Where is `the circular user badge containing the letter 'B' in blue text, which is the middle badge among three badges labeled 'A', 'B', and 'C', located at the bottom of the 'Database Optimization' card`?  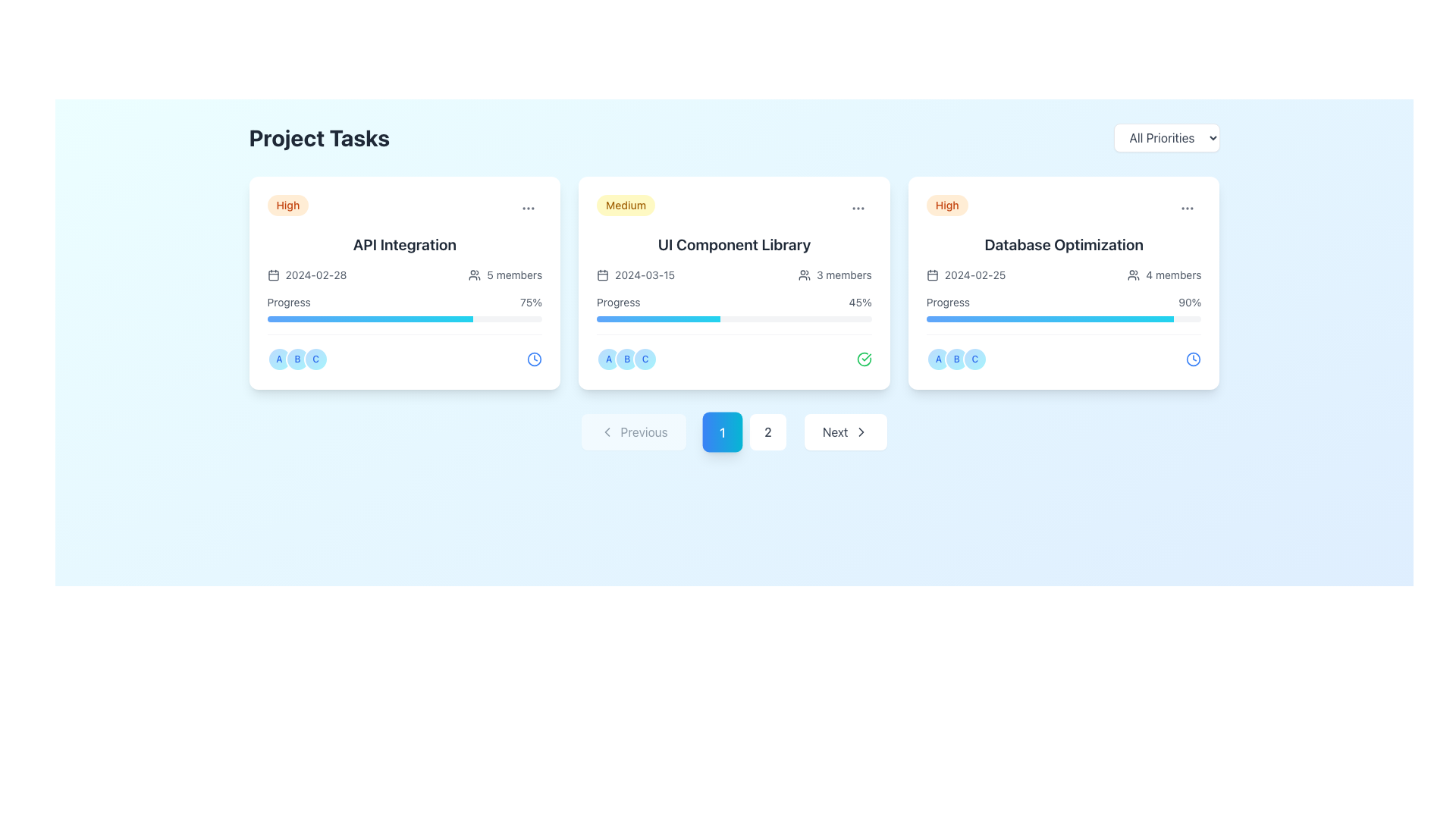
the circular user badge containing the letter 'B' in blue text, which is the middle badge among three badges labeled 'A', 'B', and 'C', located at the bottom of the 'Database Optimization' card is located at coordinates (955, 359).